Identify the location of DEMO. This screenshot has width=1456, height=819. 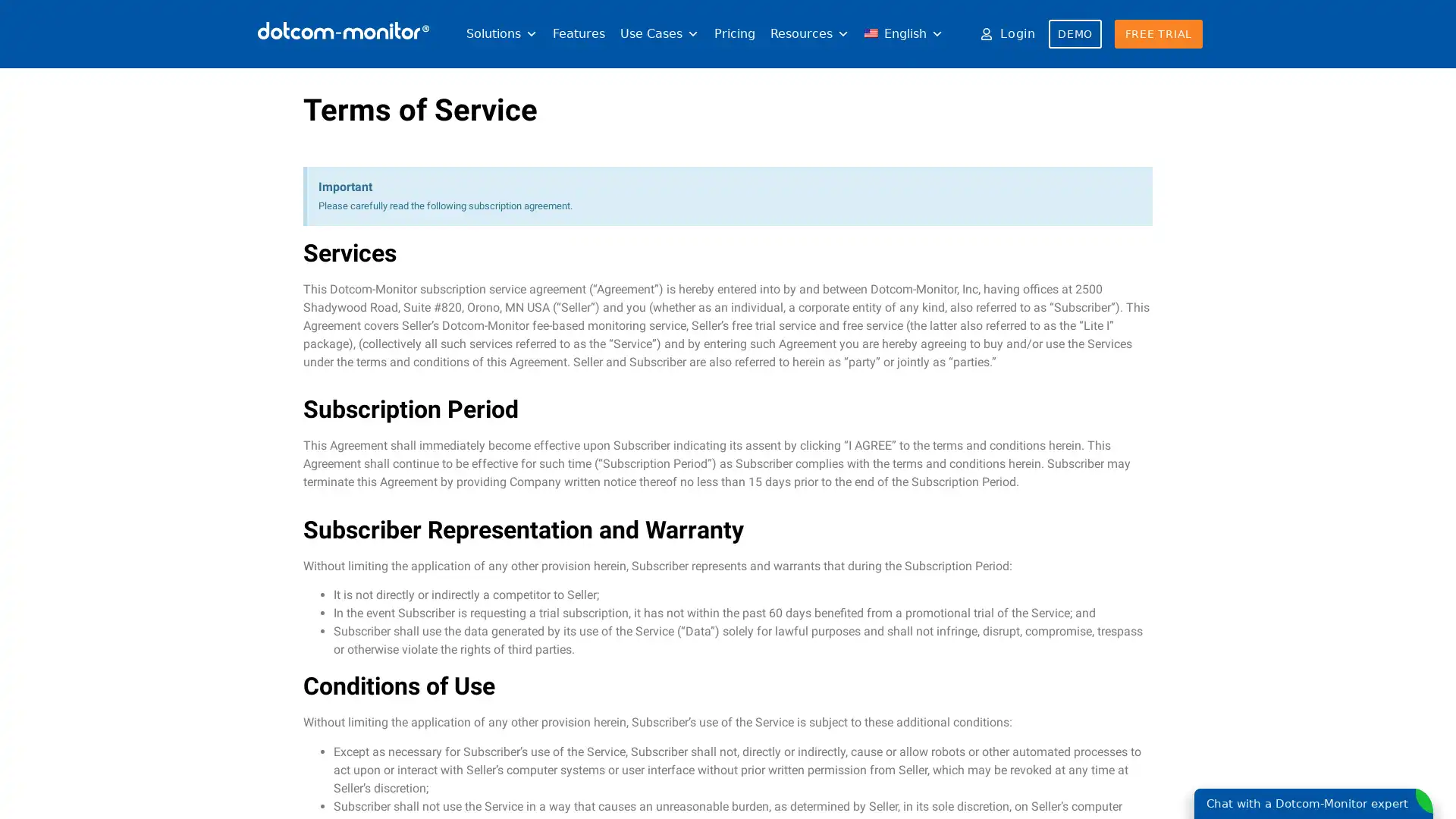
(1074, 34).